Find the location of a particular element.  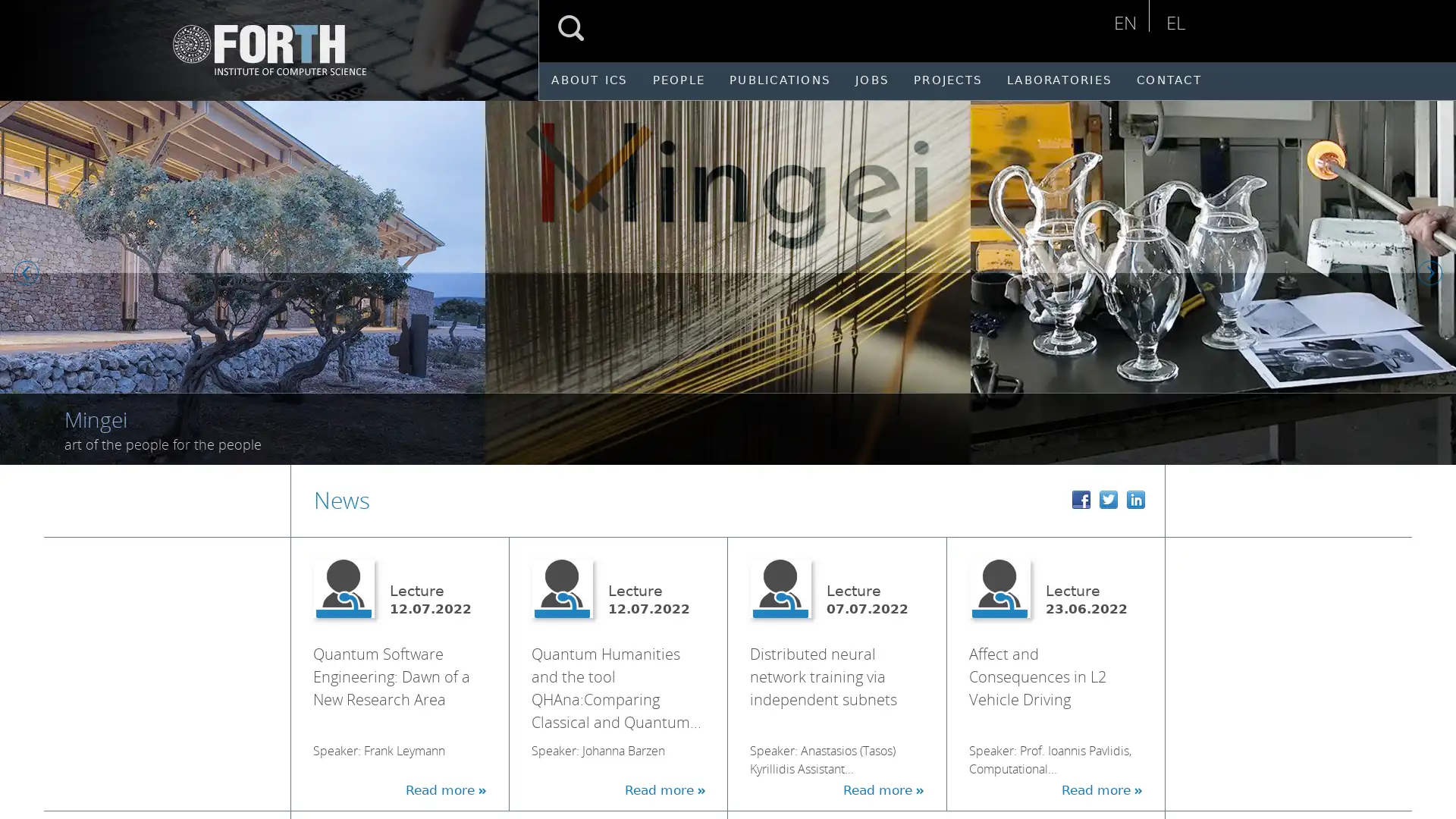

Submit Search Button is located at coordinates (570, 28).